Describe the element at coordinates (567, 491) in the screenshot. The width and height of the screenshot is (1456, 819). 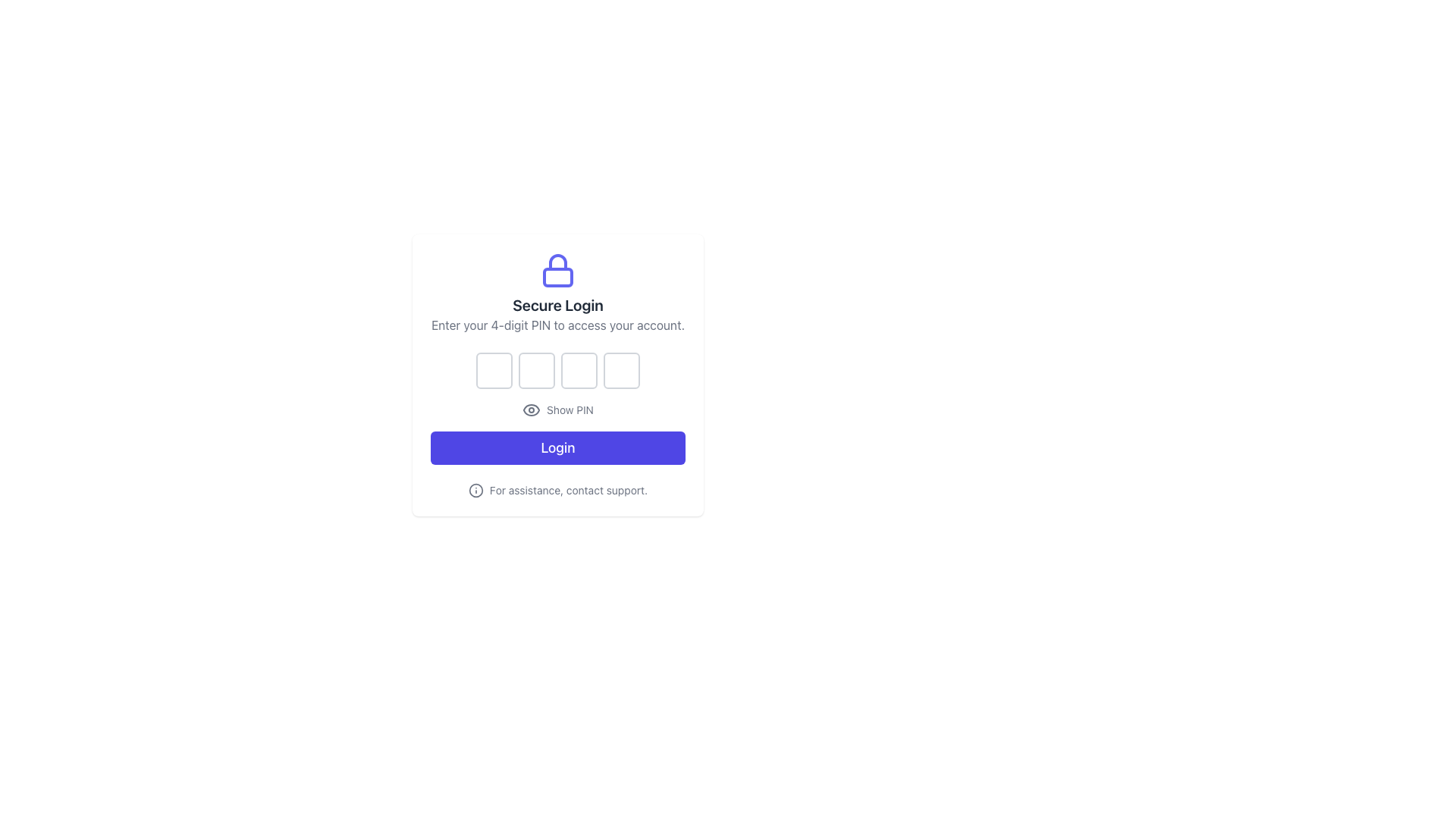
I see `text content of the informational message label located at the bottom right of the login interface, positioned next to the informational icon` at that location.